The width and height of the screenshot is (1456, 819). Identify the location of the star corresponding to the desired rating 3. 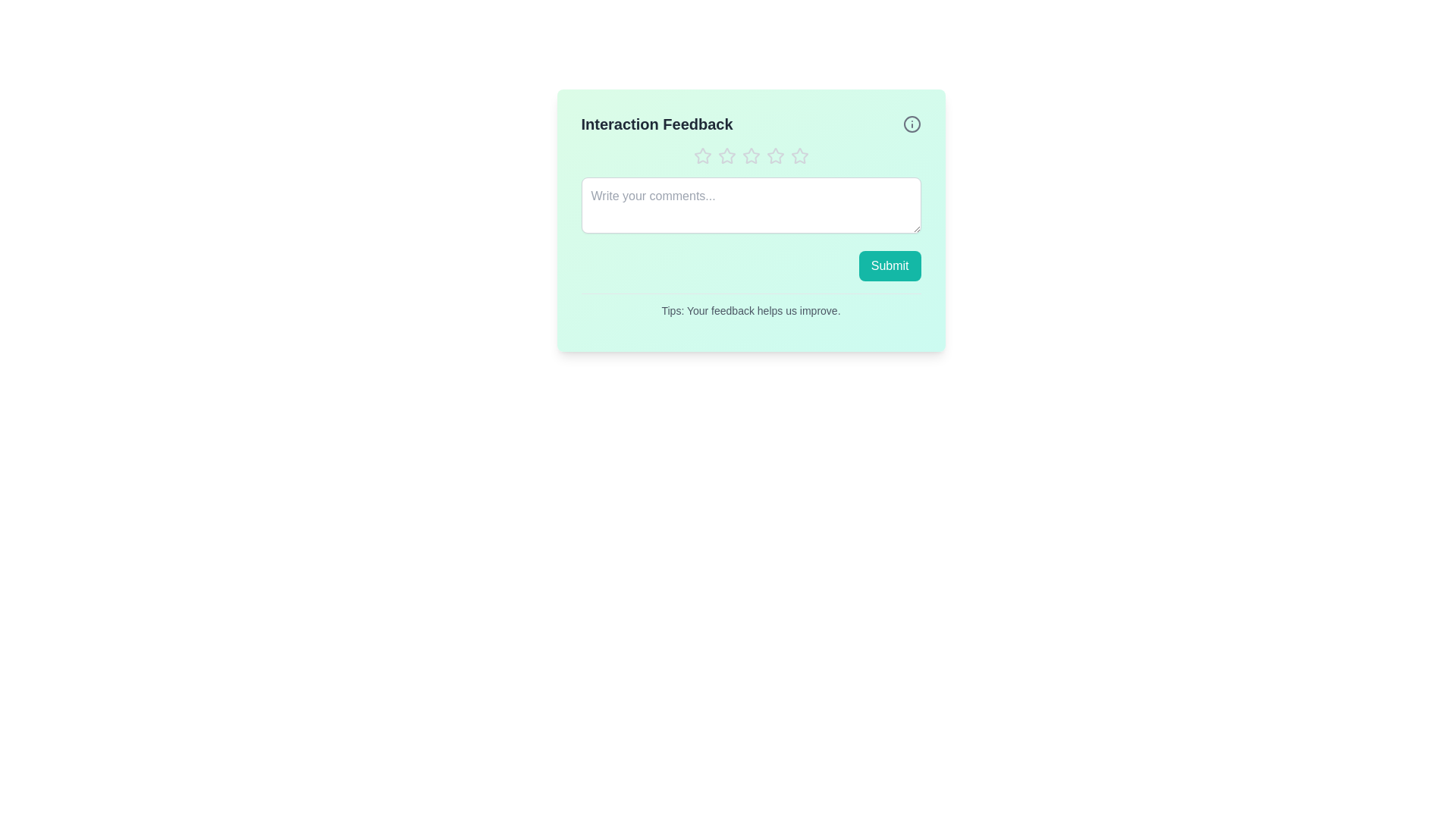
(751, 155).